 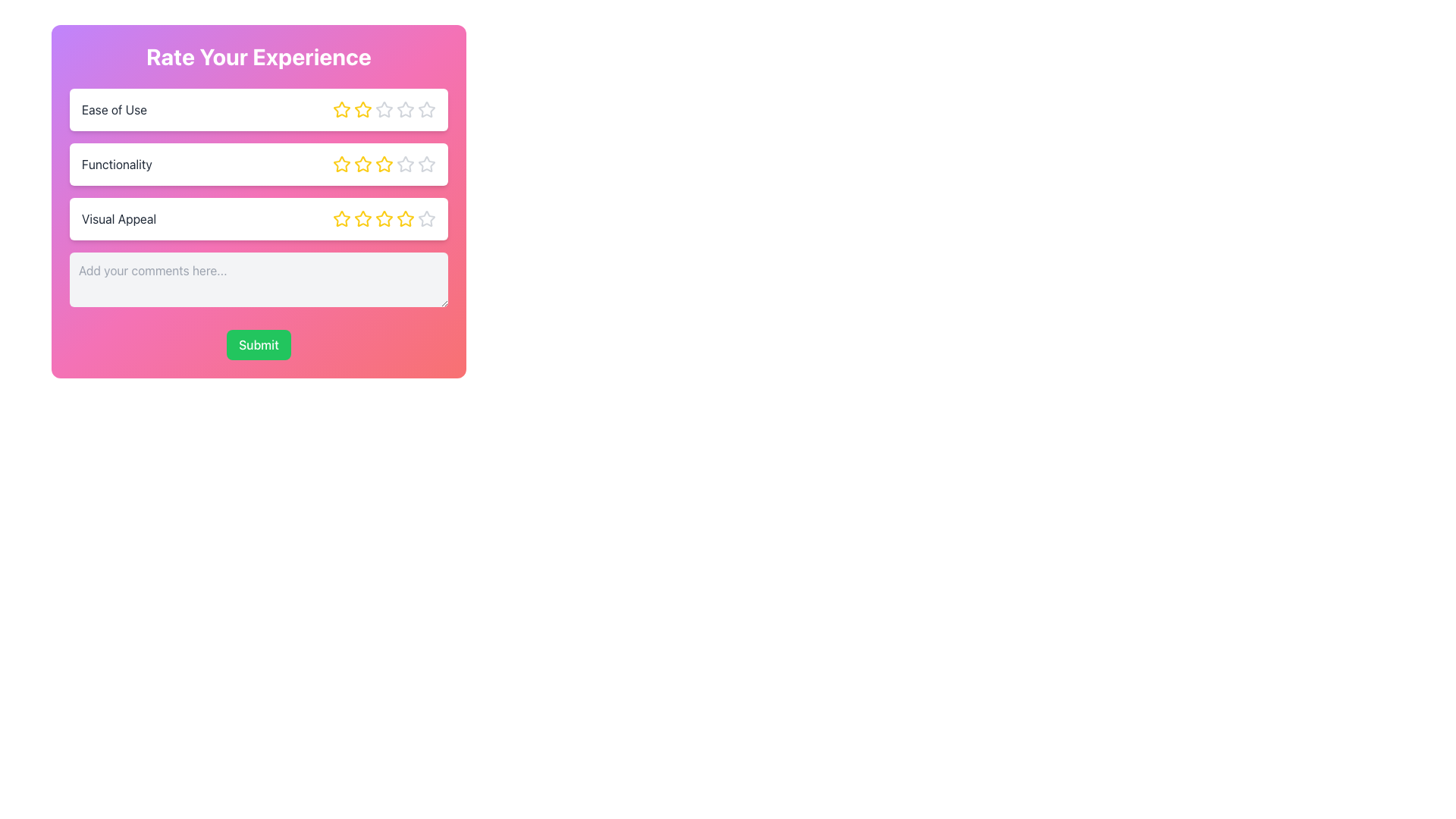 What do you see at coordinates (384, 108) in the screenshot?
I see `the fourth star-shaped graphical icon for rating purposes in the 'Ease of Use' section` at bounding box center [384, 108].